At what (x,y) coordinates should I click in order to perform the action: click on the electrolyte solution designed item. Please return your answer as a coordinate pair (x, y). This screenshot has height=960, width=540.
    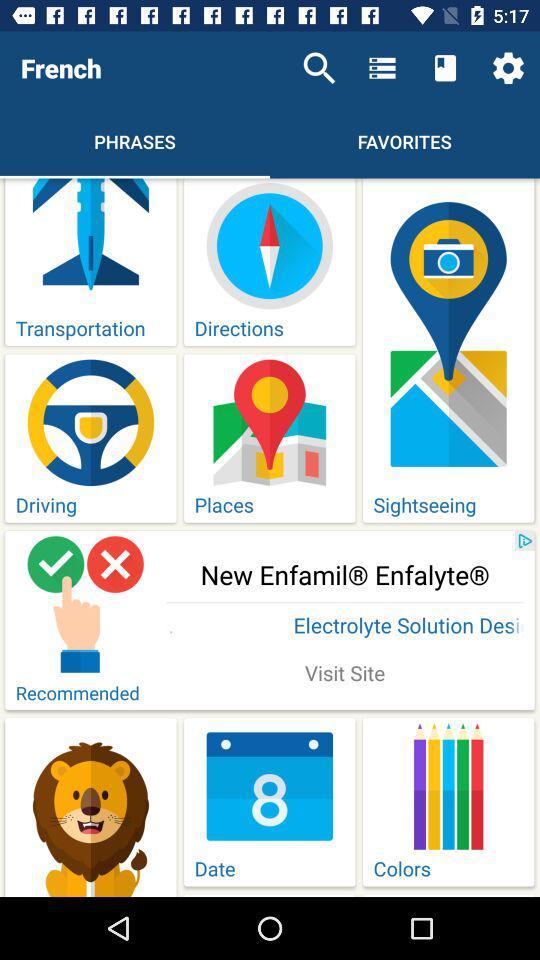
    Looking at the image, I should click on (344, 626).